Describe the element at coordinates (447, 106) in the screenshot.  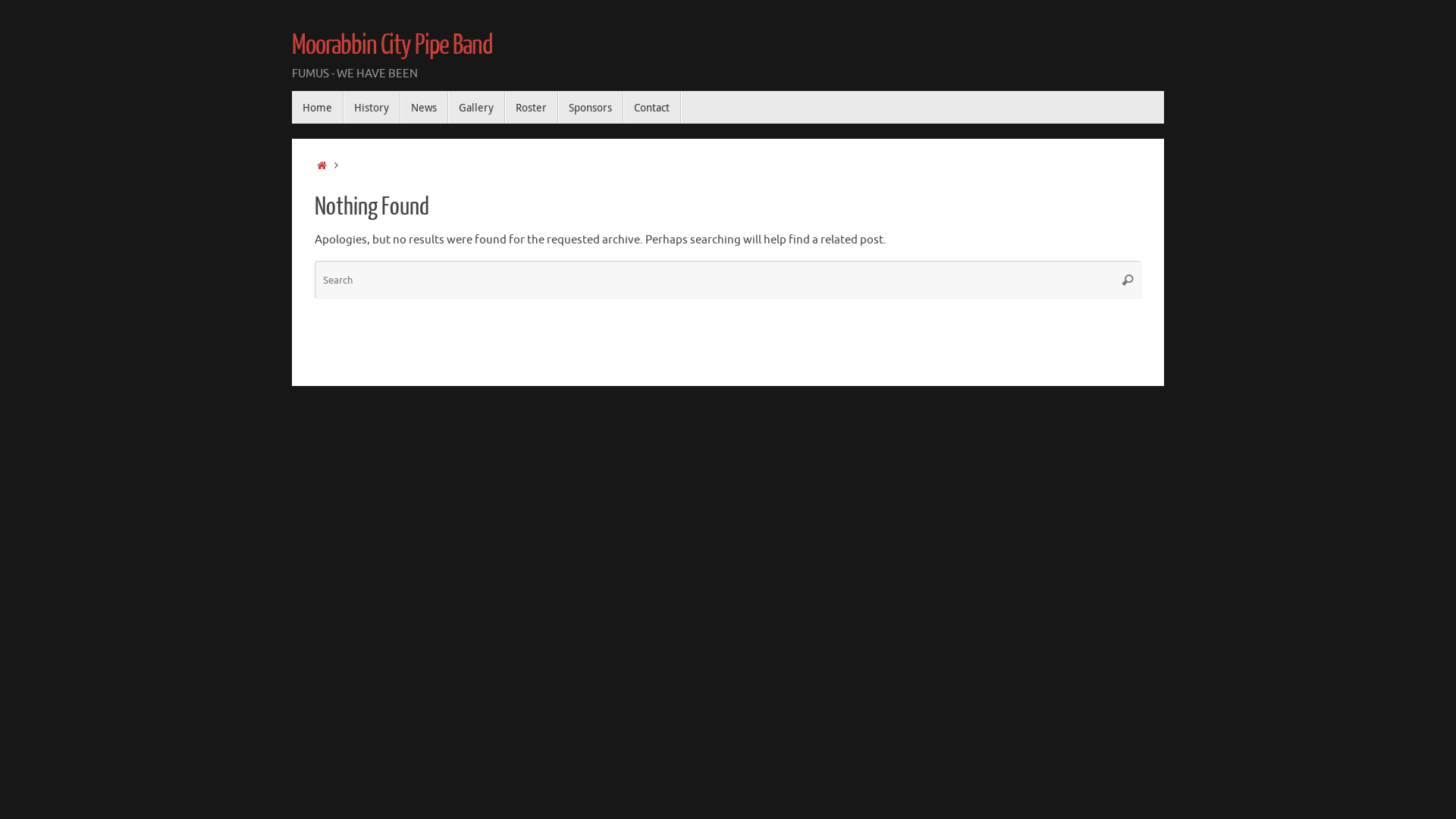
I see `'Gallery'` at that location.